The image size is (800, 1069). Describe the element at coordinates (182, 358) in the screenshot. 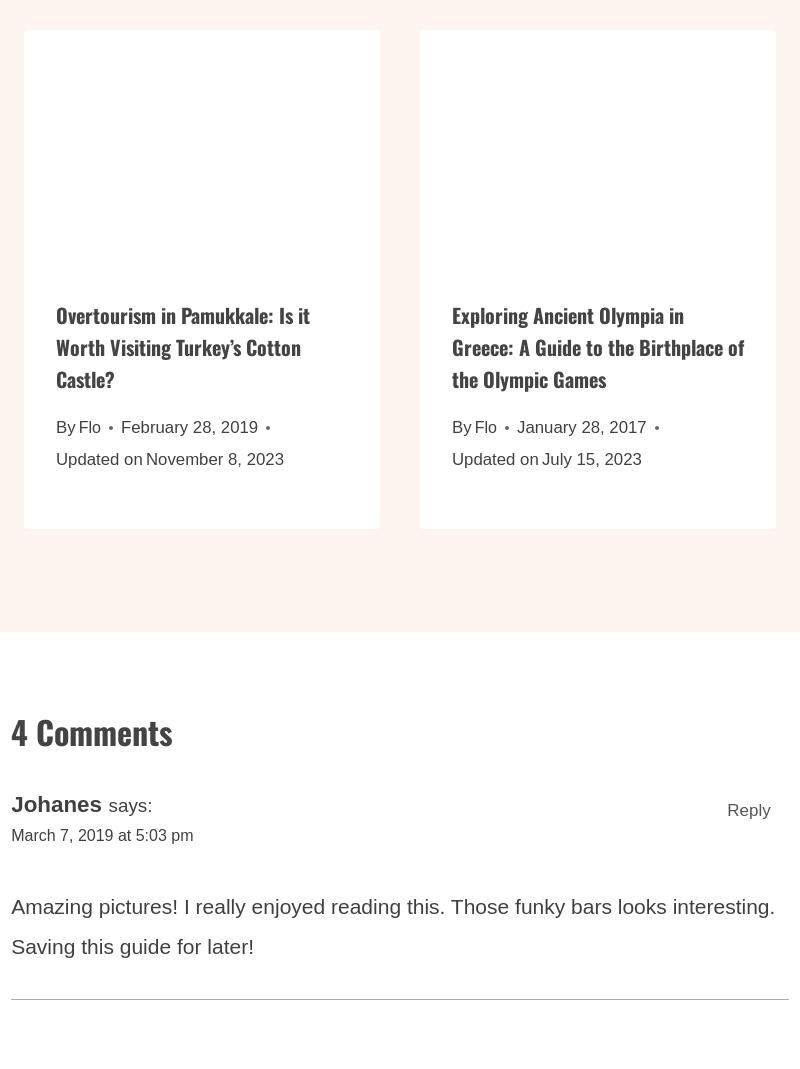

I see `'Overtourism in Pamukkale: Is it Worth Visiting Turkey’s Cotton Castle?'` at that location.